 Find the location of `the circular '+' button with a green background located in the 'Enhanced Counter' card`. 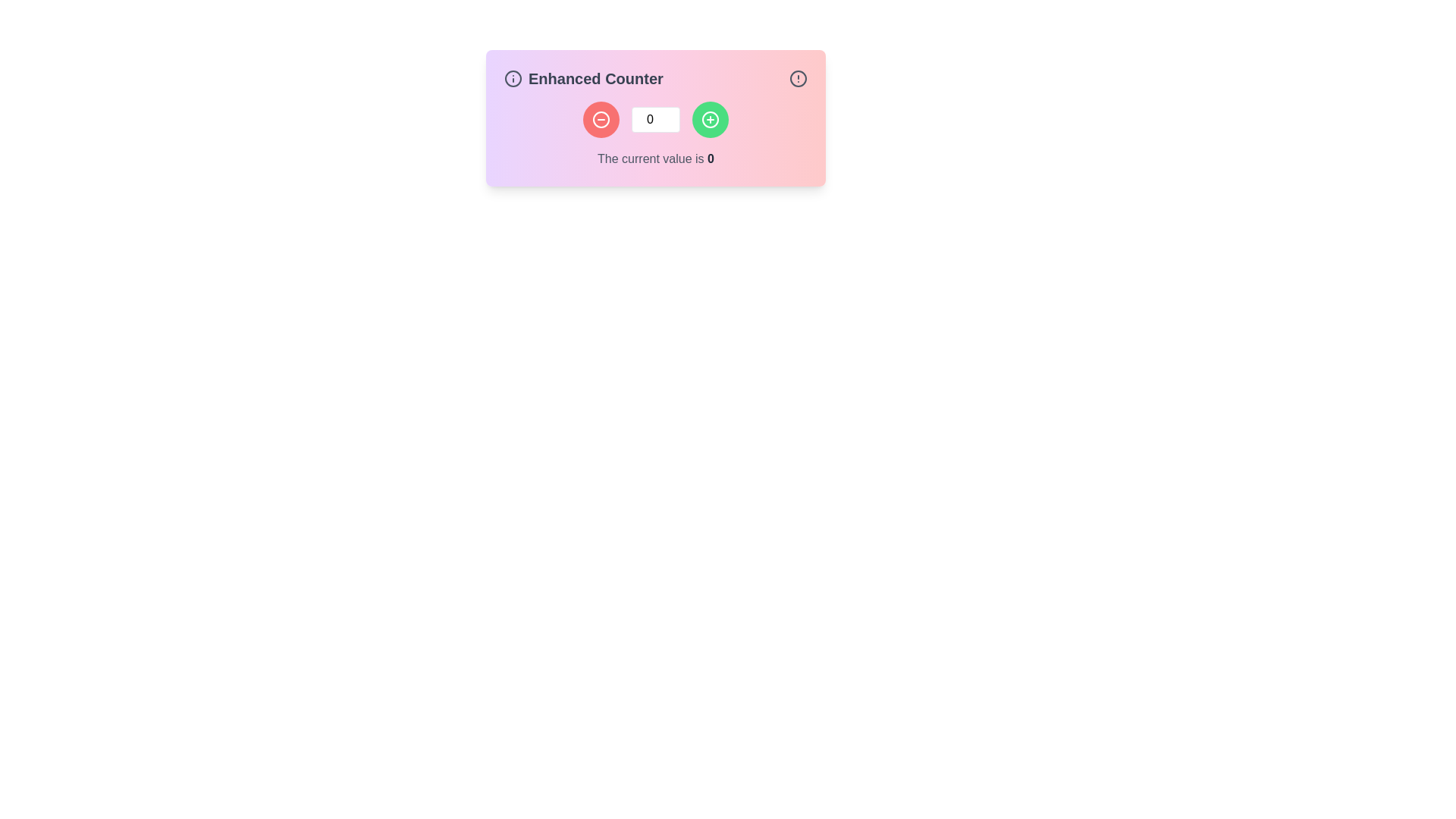

the circular '+' button with a green background located in the 'Enhanced Counter' card is located at coordinates (709, 119).